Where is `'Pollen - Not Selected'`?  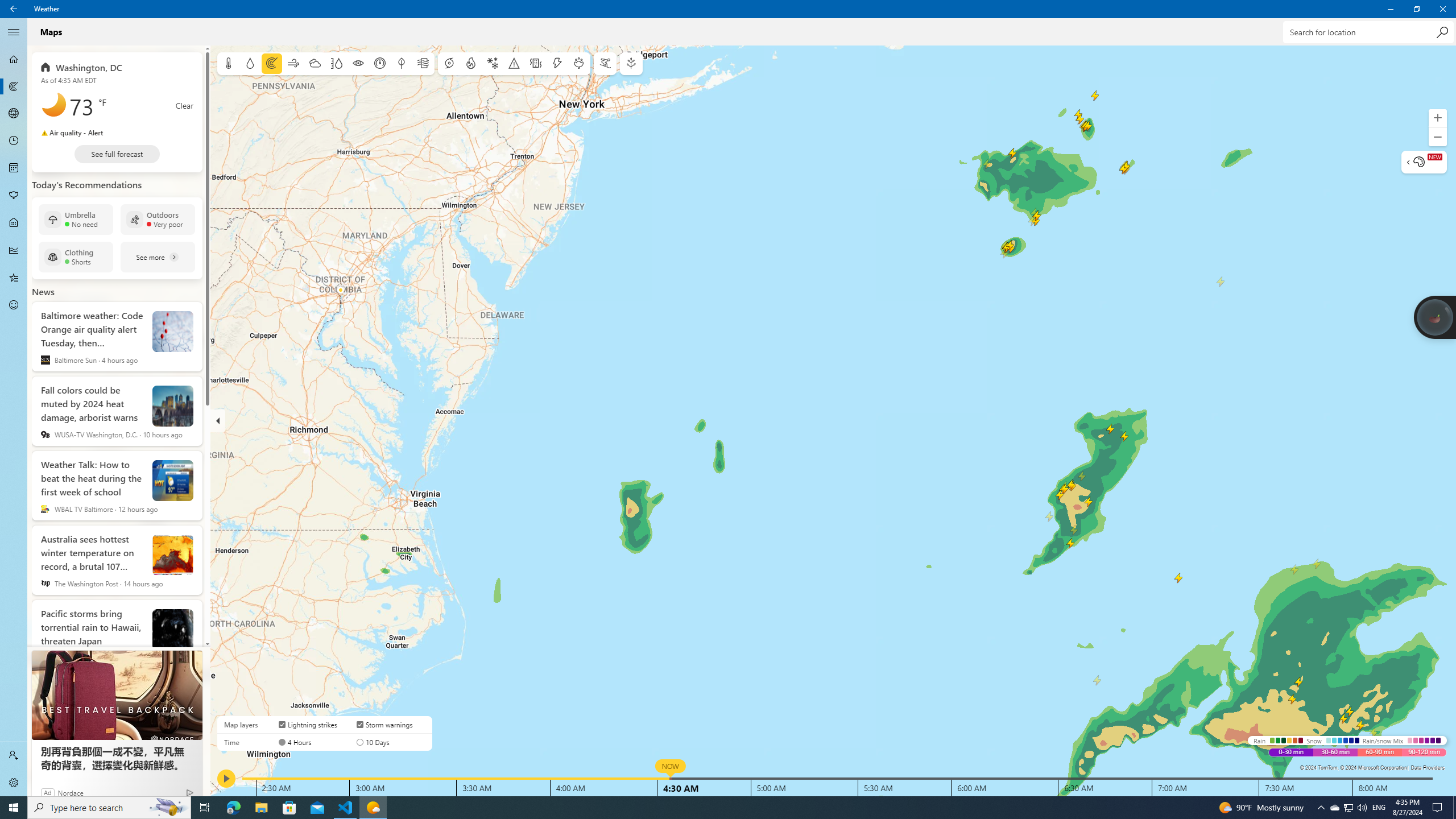
'Pollen - Not Selected' is located at coordinates (14, 196).